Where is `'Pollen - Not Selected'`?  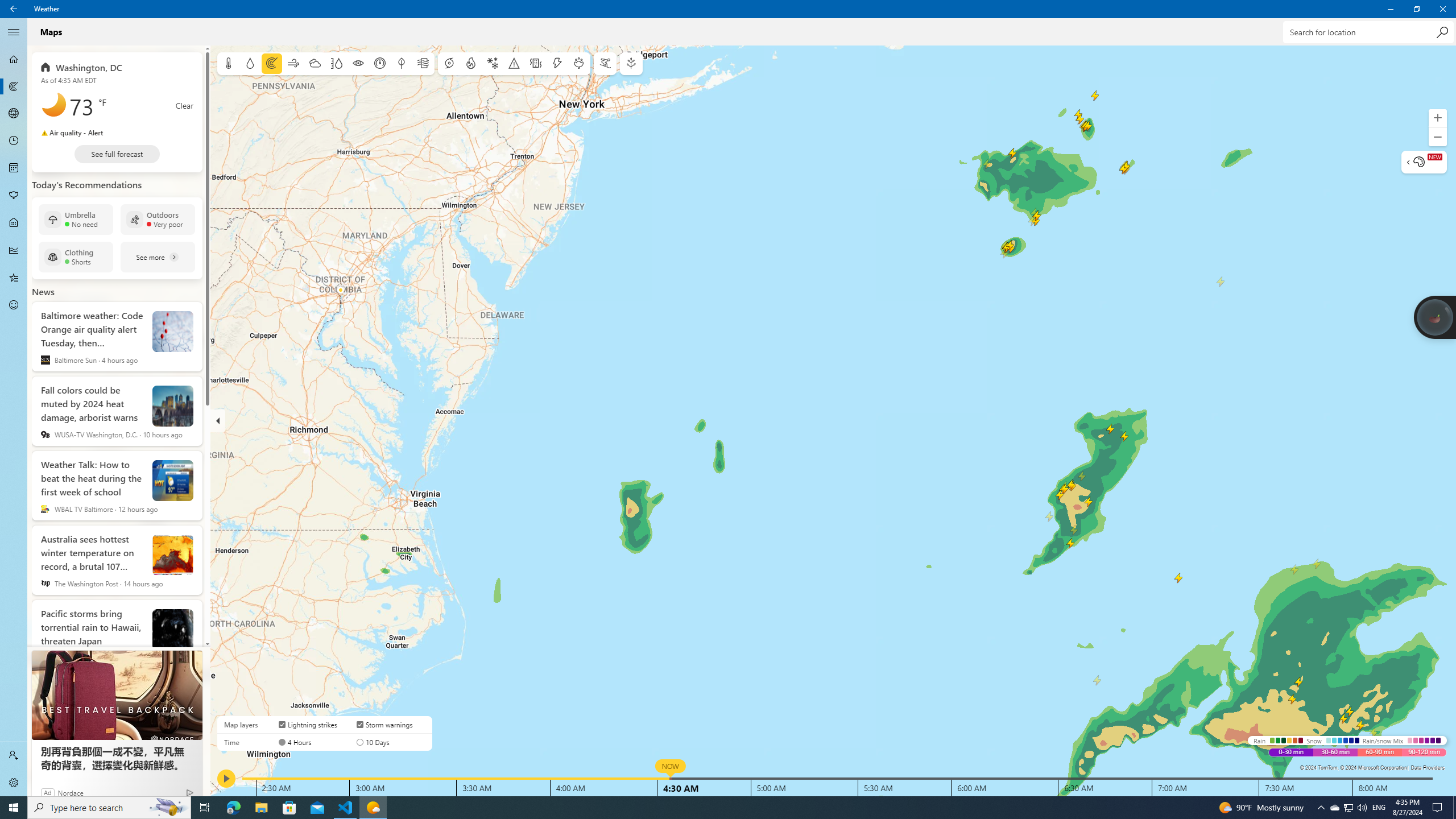
'Pollen - Not Selected' is located at coordinates (14, 196).